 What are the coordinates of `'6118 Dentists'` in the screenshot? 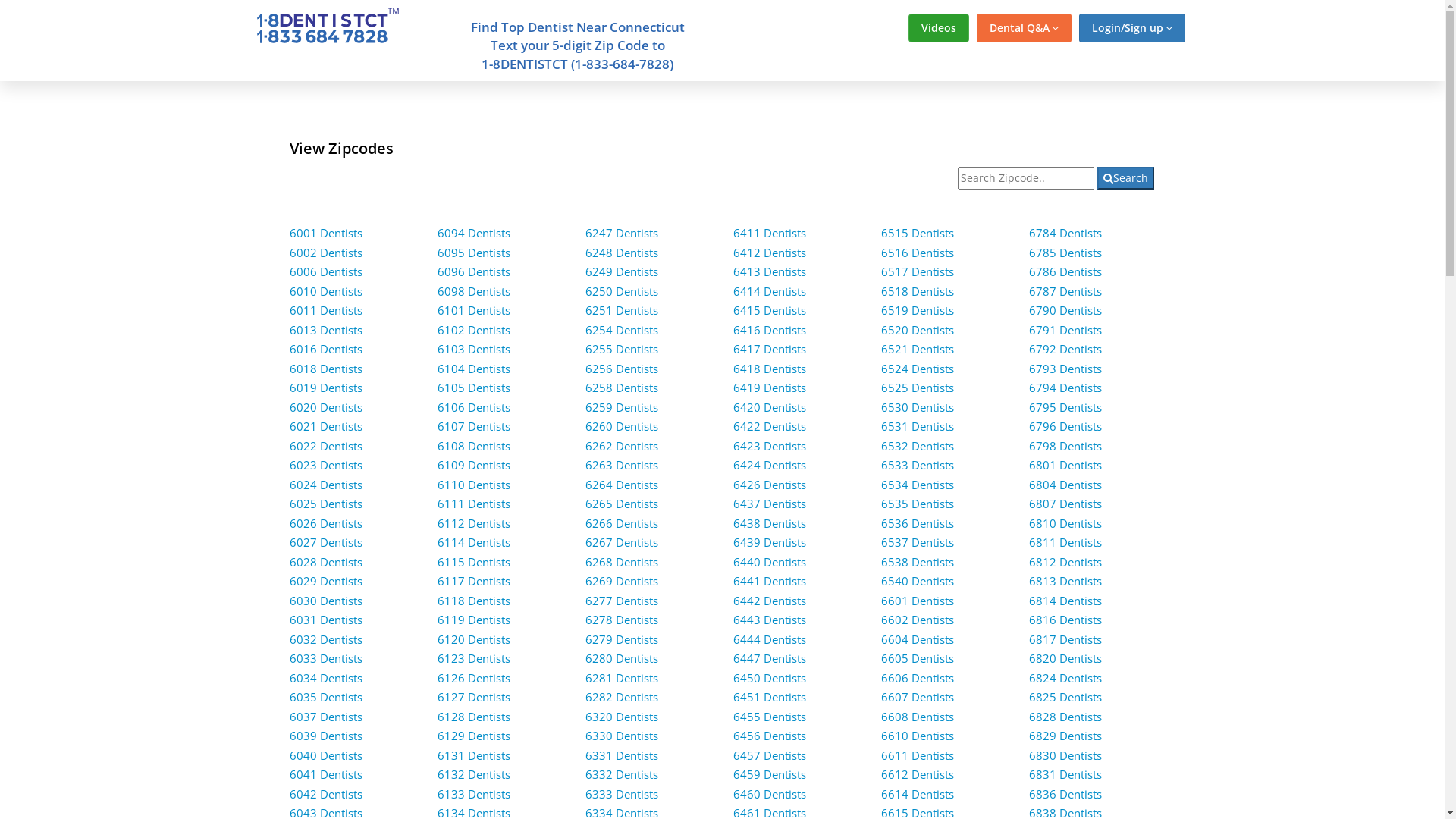 It's located at (472, 599).